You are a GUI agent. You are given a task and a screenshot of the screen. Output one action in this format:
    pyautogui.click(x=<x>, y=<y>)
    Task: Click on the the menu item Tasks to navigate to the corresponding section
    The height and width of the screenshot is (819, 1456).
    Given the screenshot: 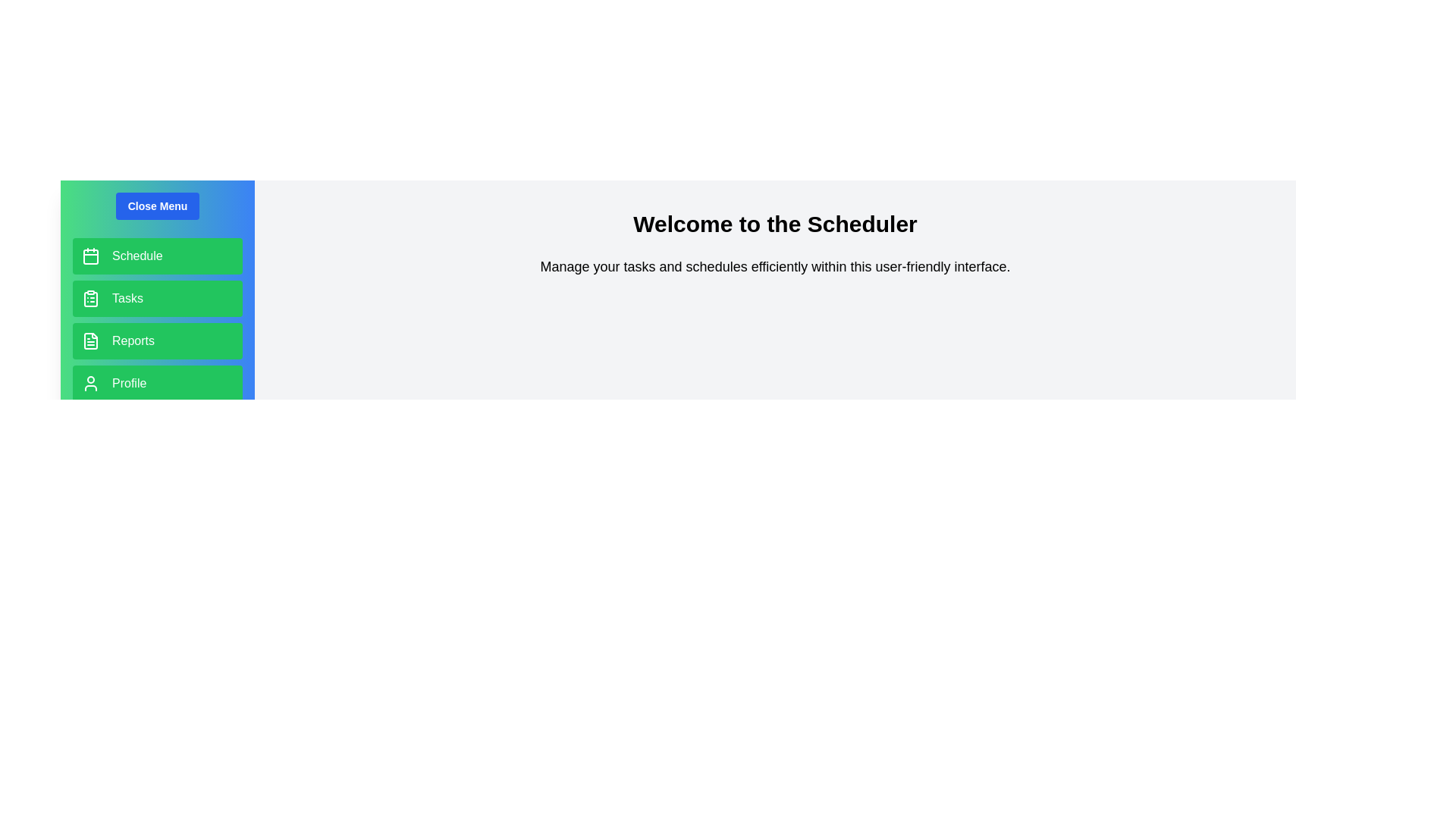 What is the action you would take?
    pyautogui.click(x=157, y=298)
    